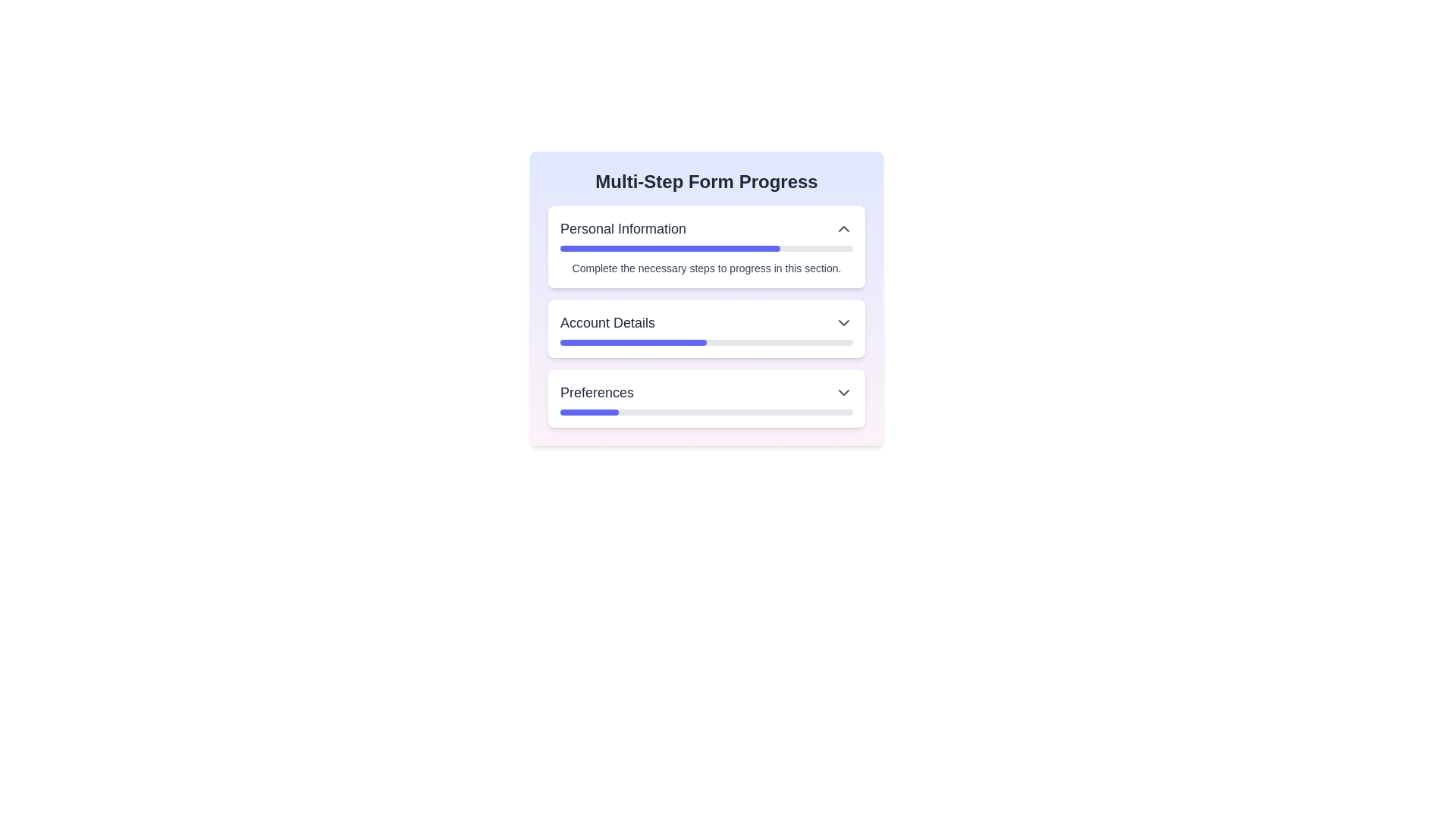  What do you see at coordinates (843, 391) in the screenshot?
I see `the downward arrow icon styled in dark gray located to the right of the 'Preferences' text` at bounding box center [843, 391].